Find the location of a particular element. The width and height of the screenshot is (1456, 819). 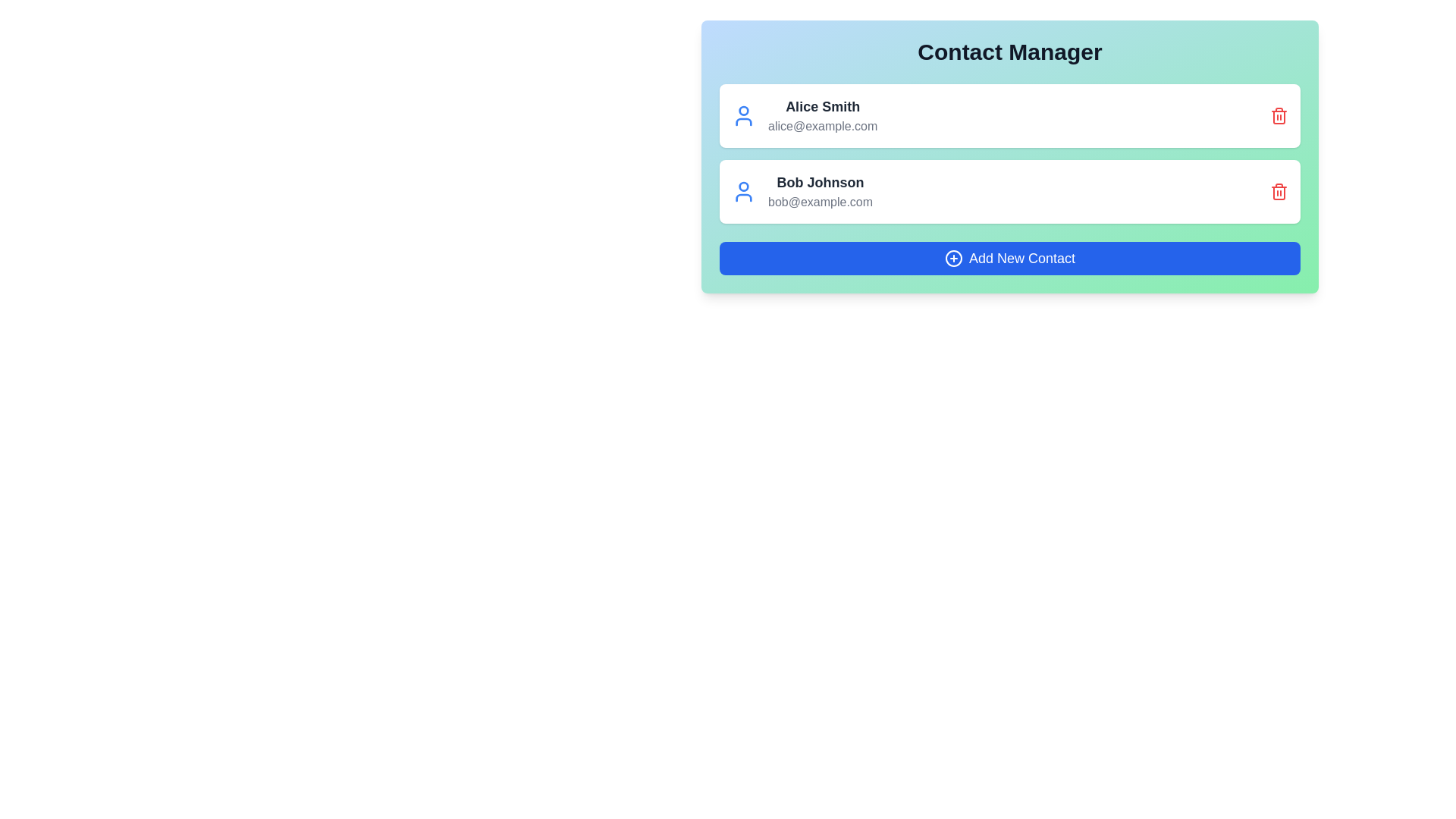

the trash icon corresponding to the contact Bob Johnson is located at coordinates (1278, 191).